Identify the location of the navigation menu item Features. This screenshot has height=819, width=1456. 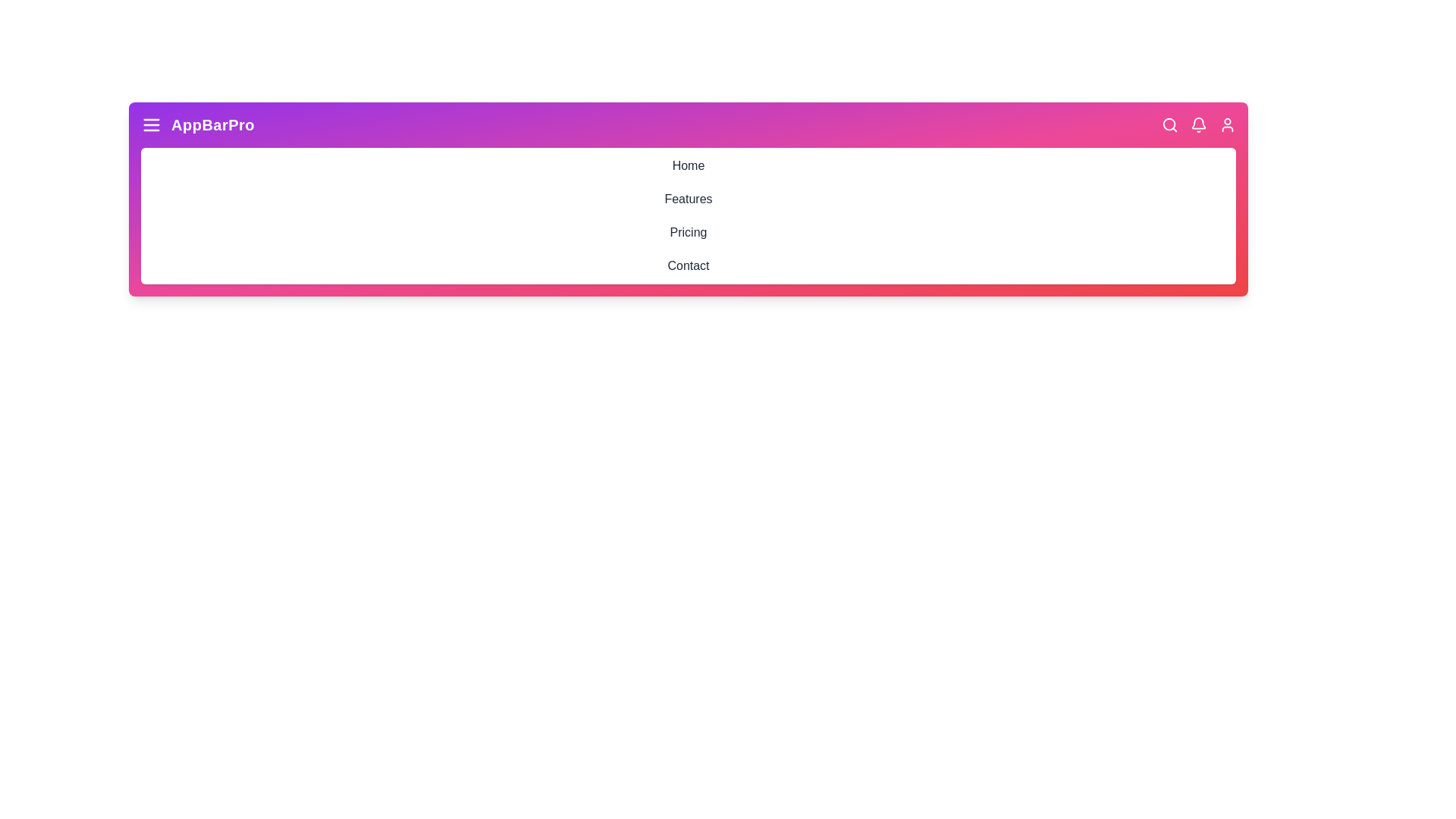
(687, 198).